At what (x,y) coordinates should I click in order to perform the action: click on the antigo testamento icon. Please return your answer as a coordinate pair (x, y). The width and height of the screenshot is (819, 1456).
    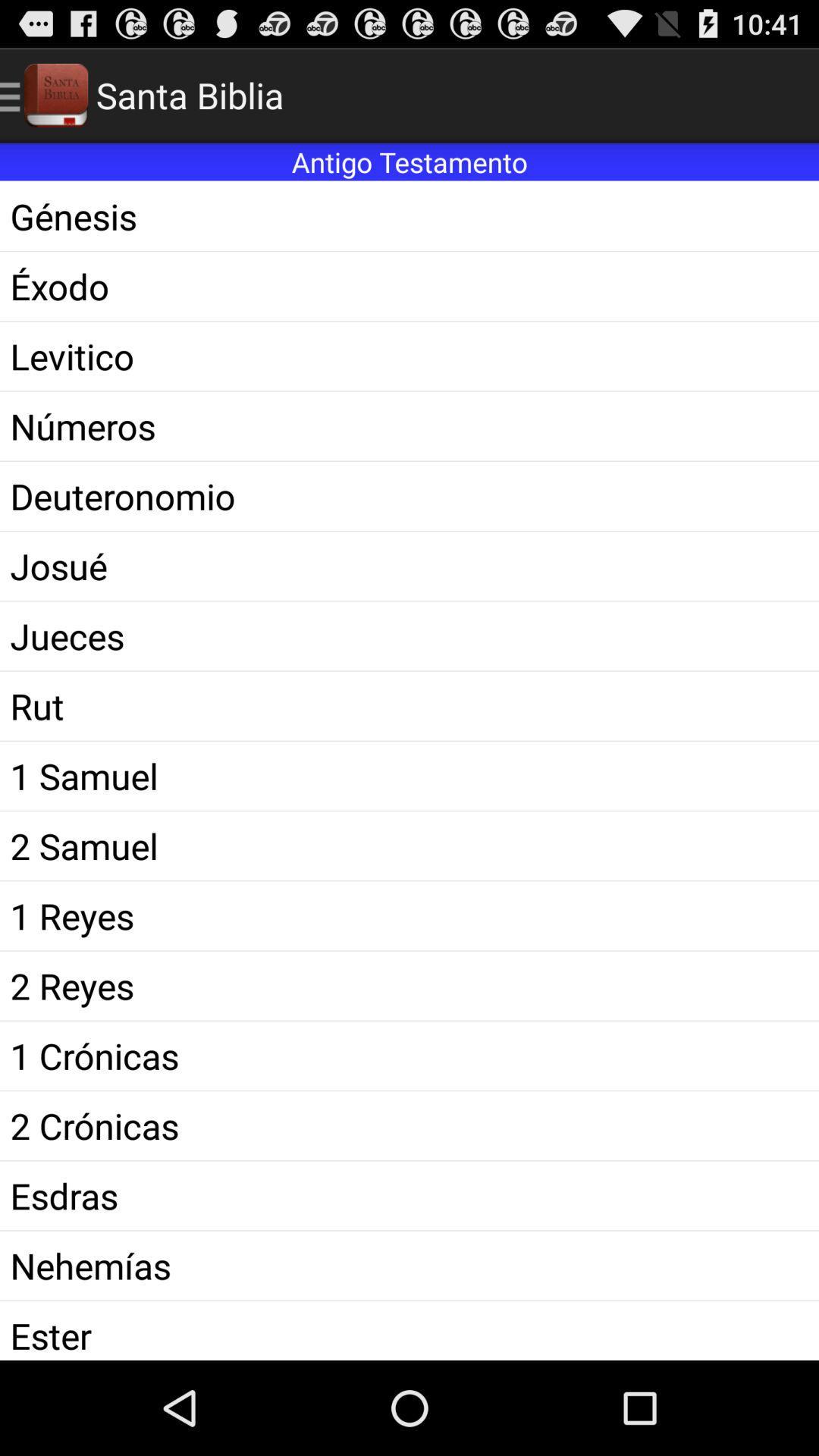
    Looking at the image, I should click on (409, 162).